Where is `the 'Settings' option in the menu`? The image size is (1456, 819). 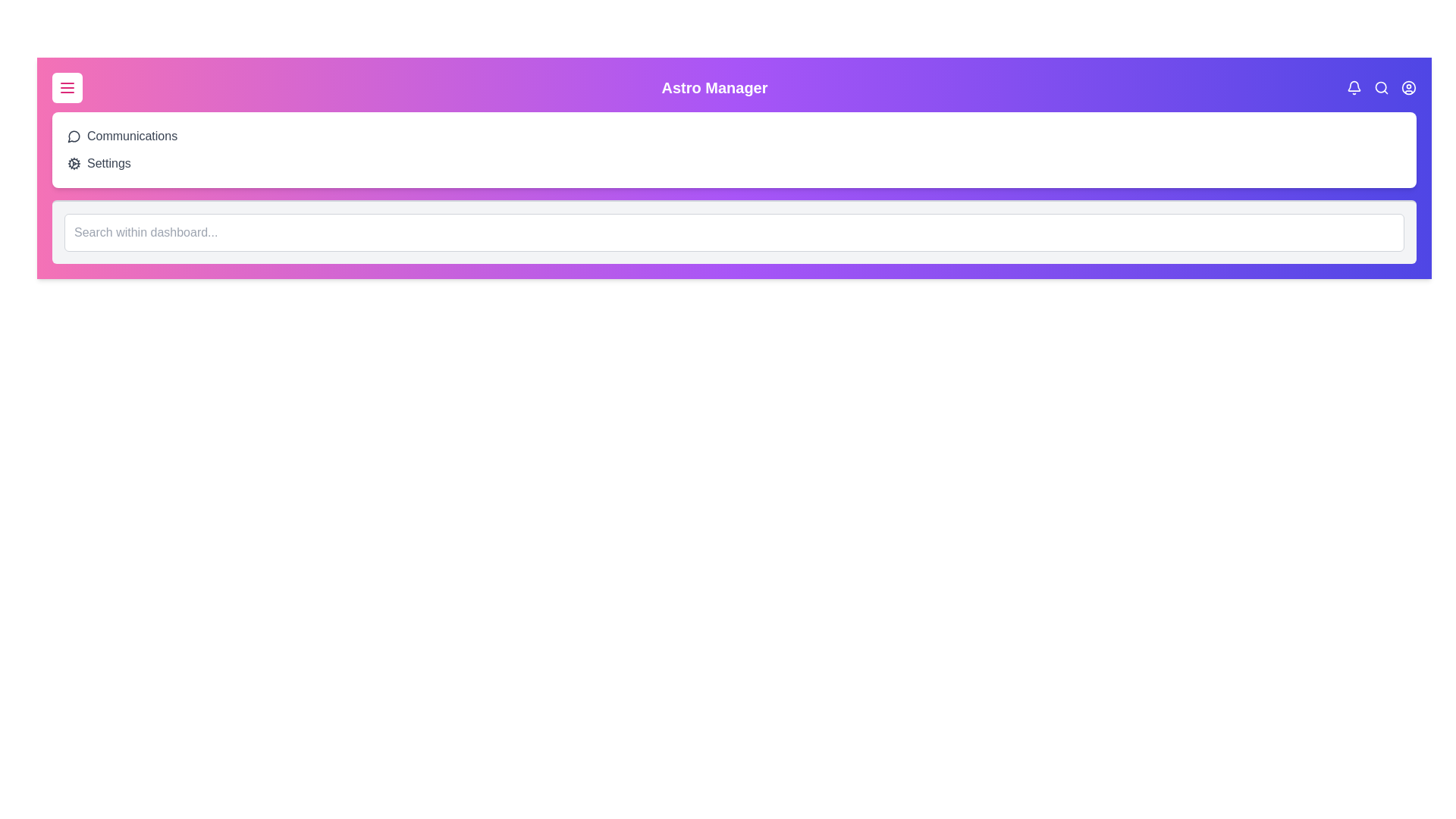 the 'Settings' option in the menu is located at coordinates (108, 164).